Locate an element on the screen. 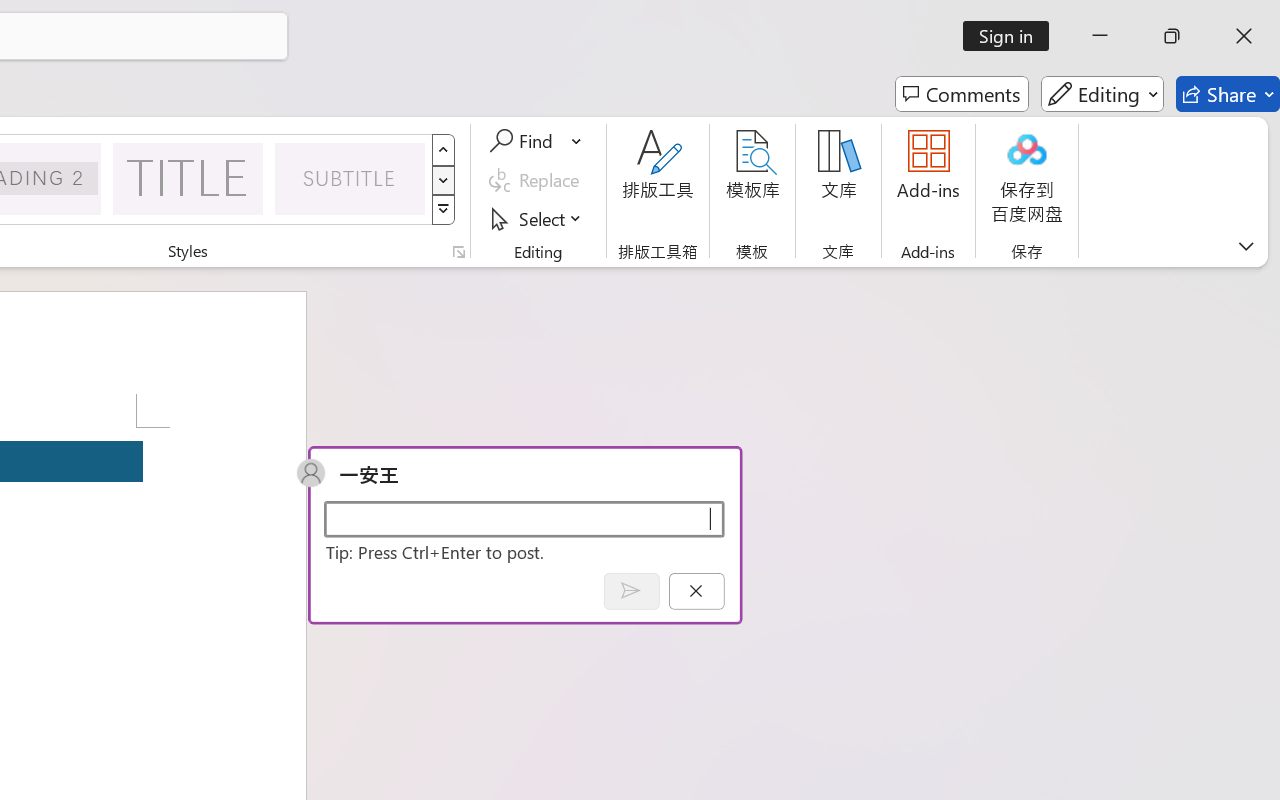 This screenshot has width=1280, height=800. 'Sign in' is located at coordinates (1013, 35).